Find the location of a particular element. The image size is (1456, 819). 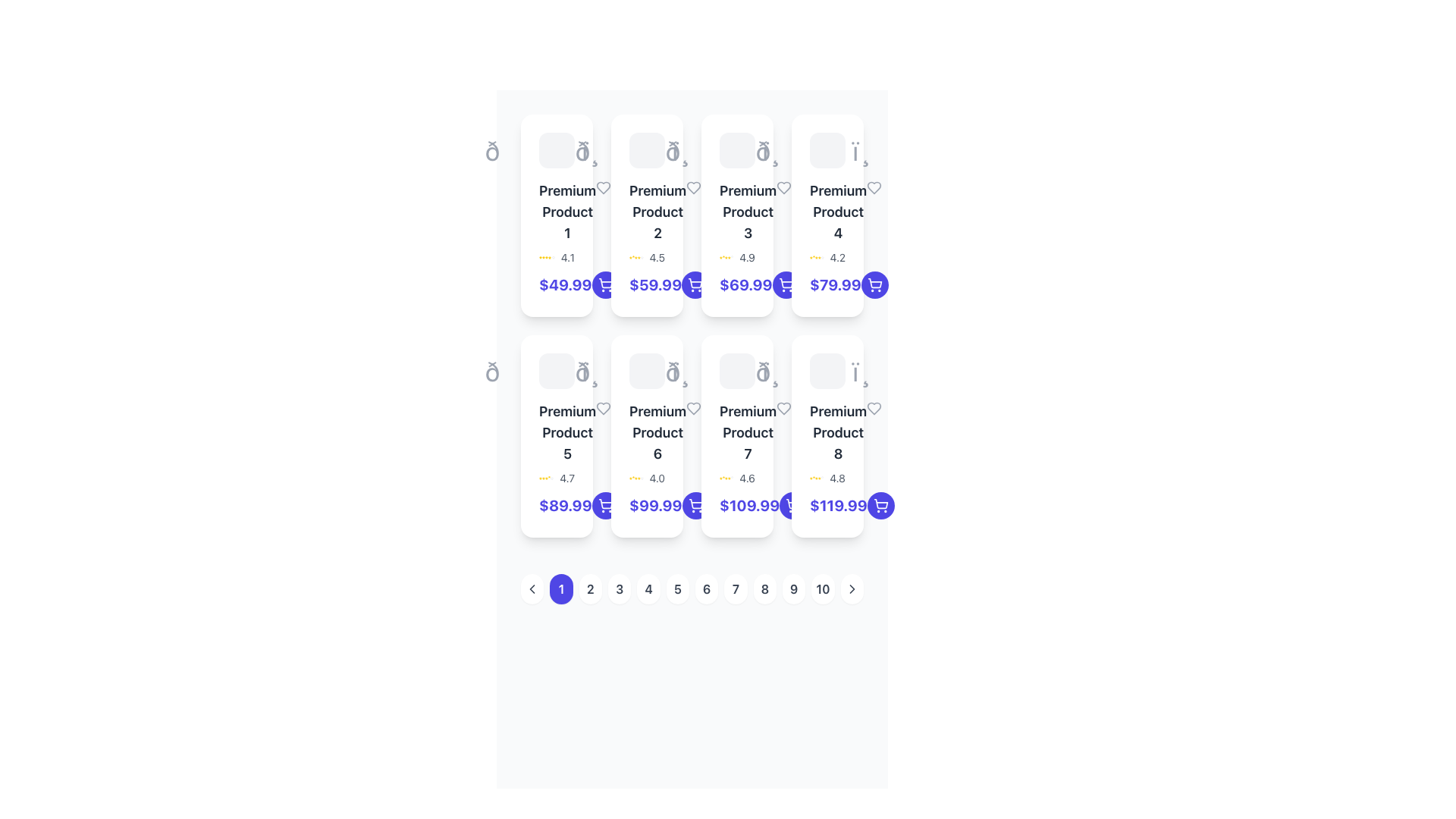

the text of the label displaying 'Premium Product 4', which is a bold, medium-large text component in dark gray, located in the top row of a product grid is located at coordinates (837, 212).